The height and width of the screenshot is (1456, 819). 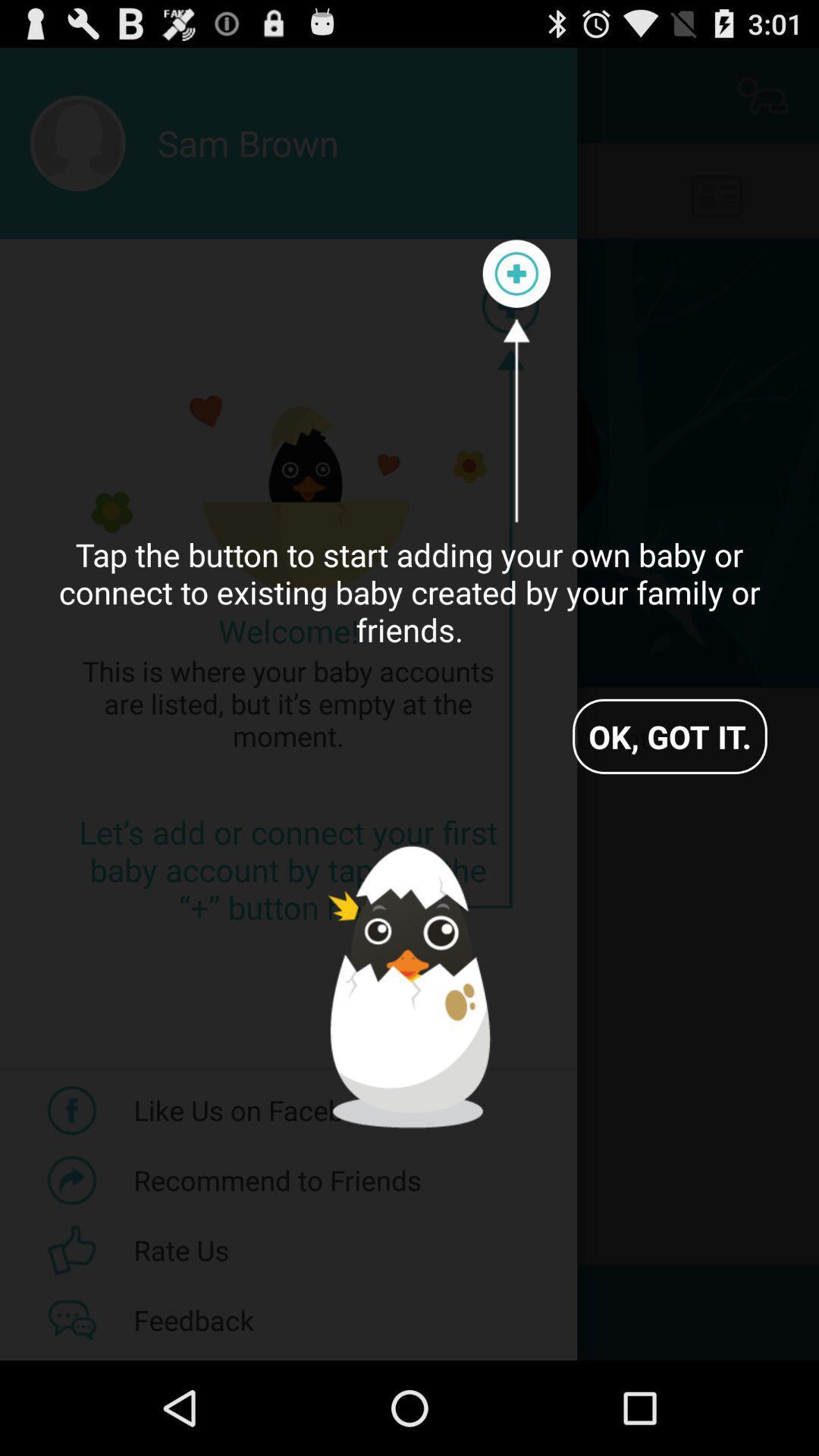 I want to click on add/ create your own baby, so click(x=516, y=274).